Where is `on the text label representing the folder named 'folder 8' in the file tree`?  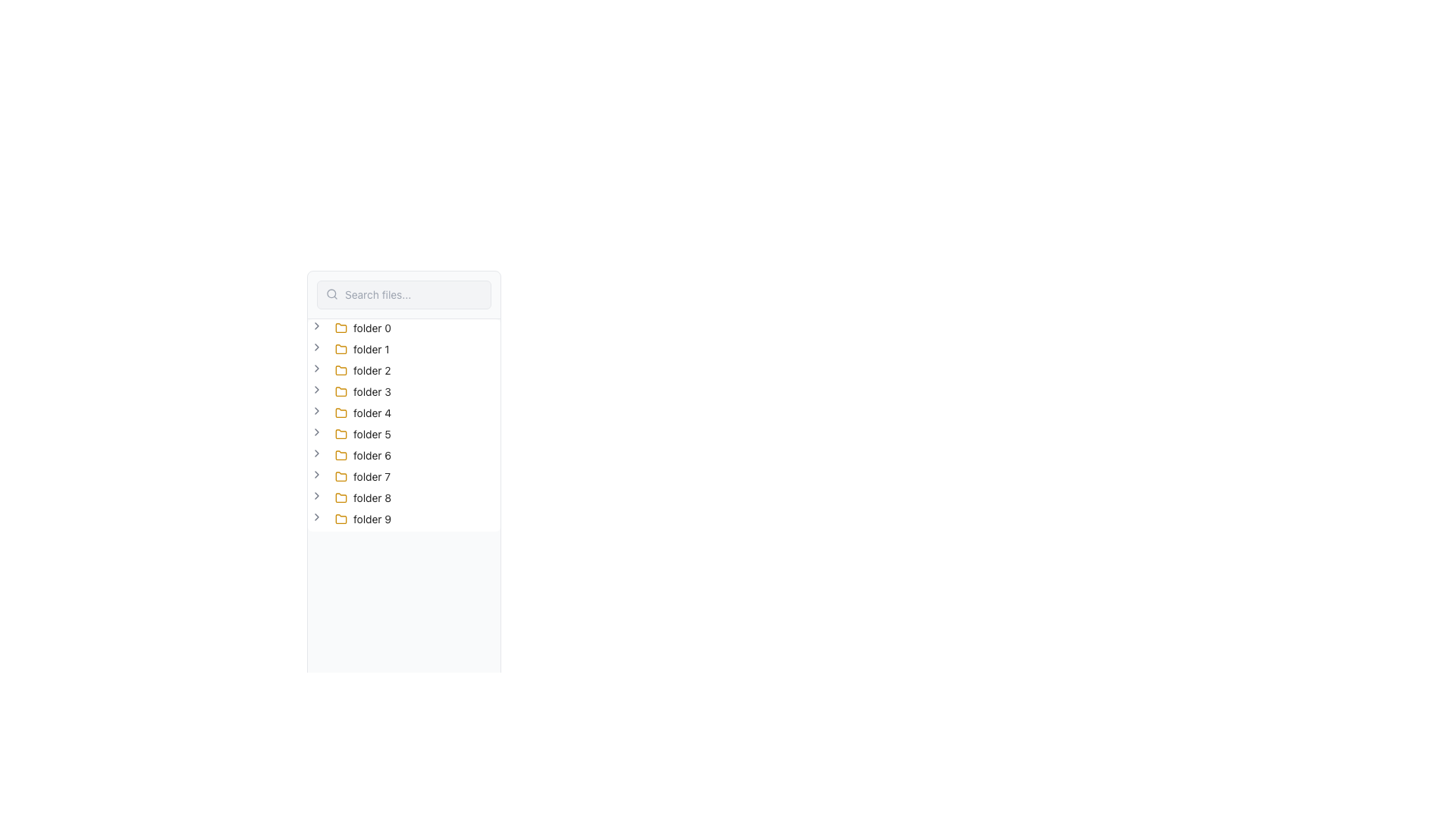 on the text label representing the folder named 'folder 8' in the file tree is located at coordinates (362, 497).